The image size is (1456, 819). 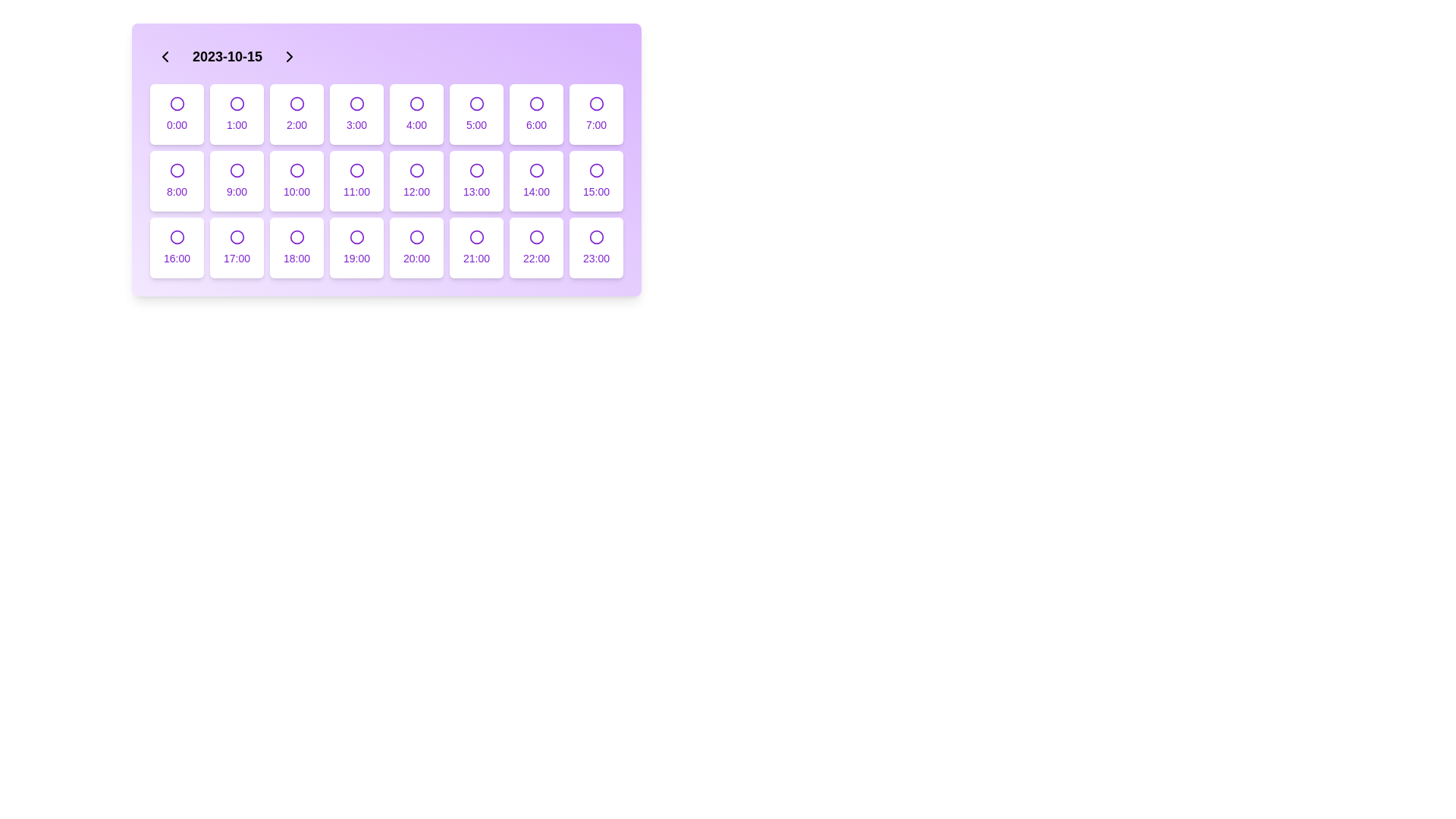 I want to click on the circular SVG element located in the third row and fourth column of the grid layout, so click(x=536, y=170).